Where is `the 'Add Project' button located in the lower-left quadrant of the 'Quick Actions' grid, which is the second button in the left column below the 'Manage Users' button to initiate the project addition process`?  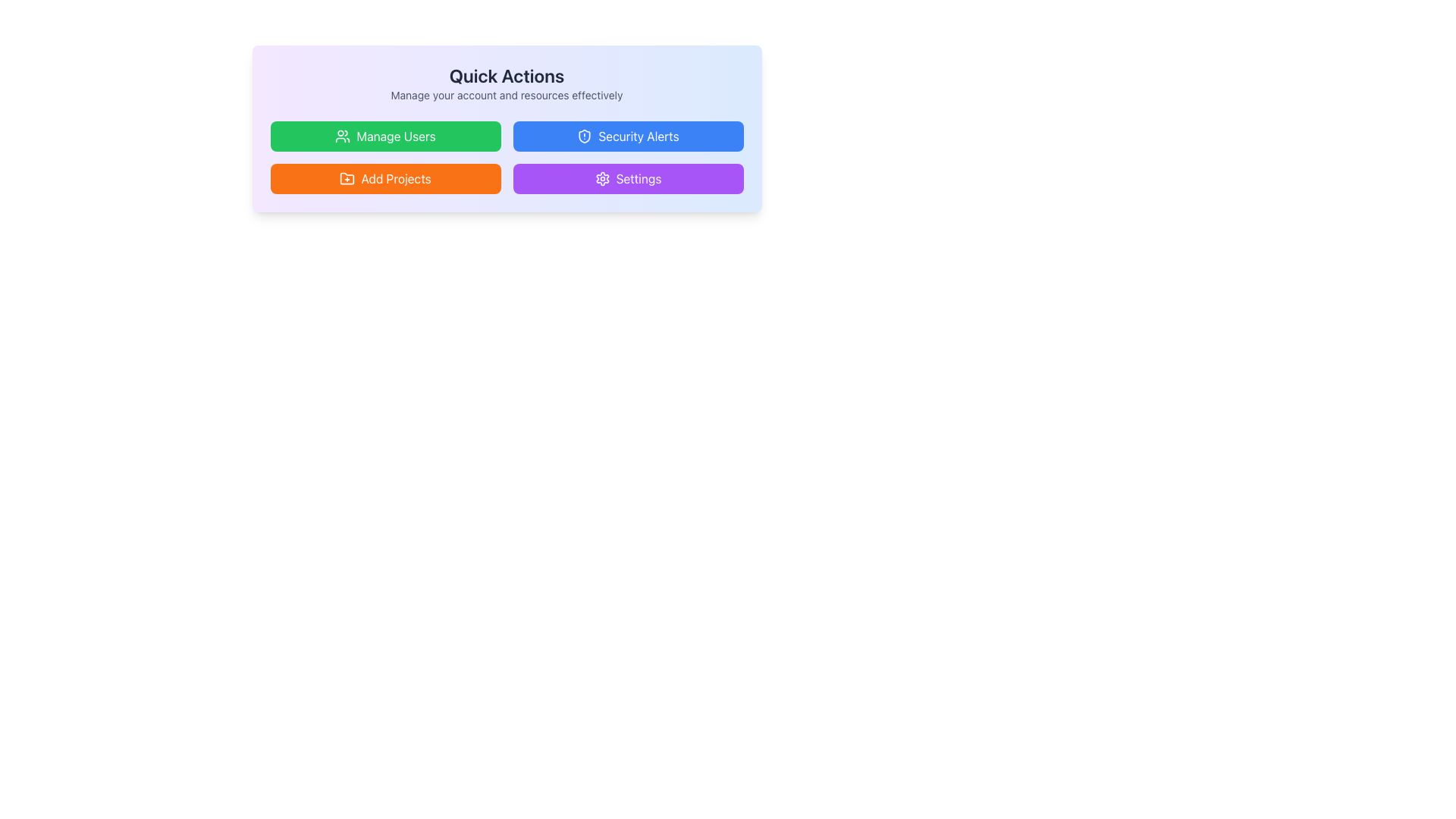
the 'Add Project' button located in the lower-left quadrant of the 'Quick Actions' grid, which is the second button in the left column below the 'Manage Users' button to initiate the project addition process is located at coordinates (385, 177).